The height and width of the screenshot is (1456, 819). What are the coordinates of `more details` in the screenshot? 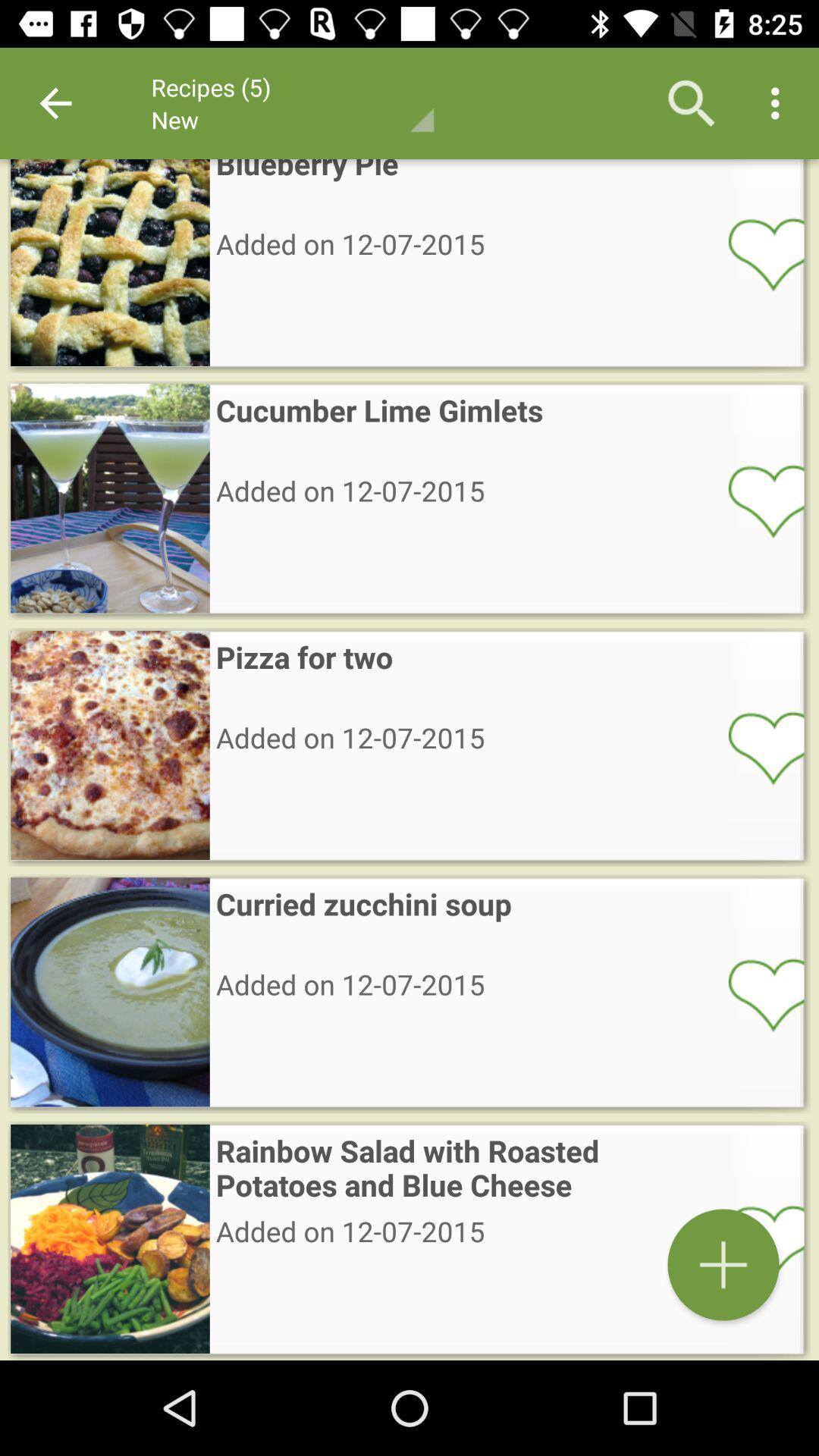 It's located at (722, 1264).